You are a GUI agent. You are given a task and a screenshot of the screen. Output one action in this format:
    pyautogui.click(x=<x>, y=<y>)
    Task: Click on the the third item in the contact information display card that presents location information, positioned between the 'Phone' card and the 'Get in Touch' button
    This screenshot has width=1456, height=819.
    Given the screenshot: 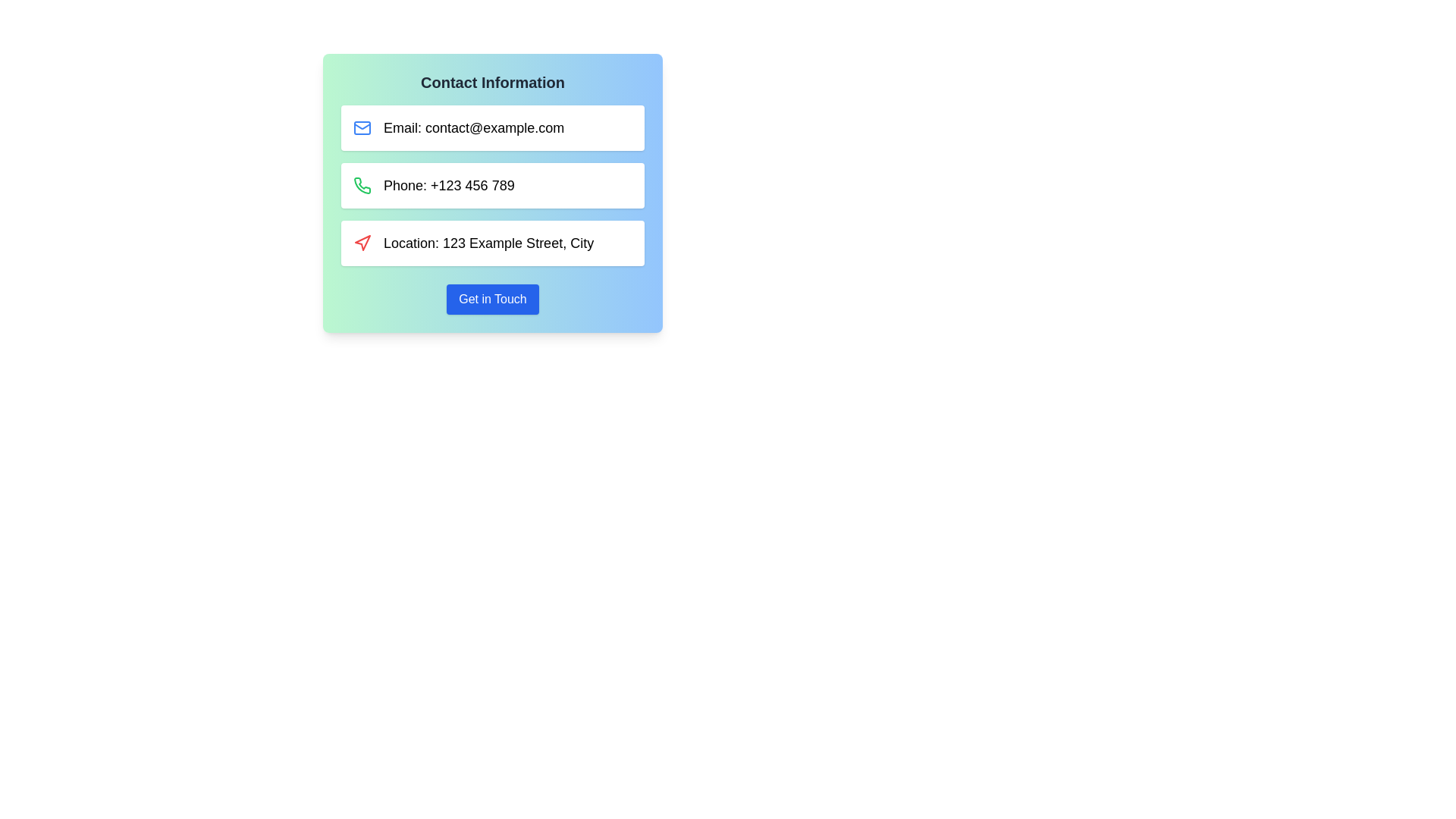 What is the action you would take?
    pyautogui.click(x=492, y=242)
    